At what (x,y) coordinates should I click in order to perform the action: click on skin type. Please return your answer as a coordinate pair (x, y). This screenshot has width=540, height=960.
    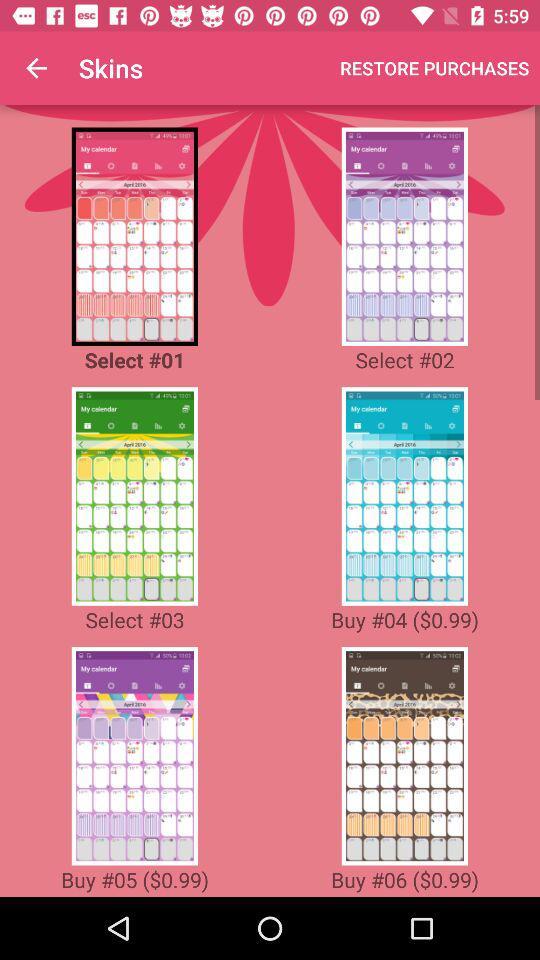
    Looking at the image, I should click on (404, 755).